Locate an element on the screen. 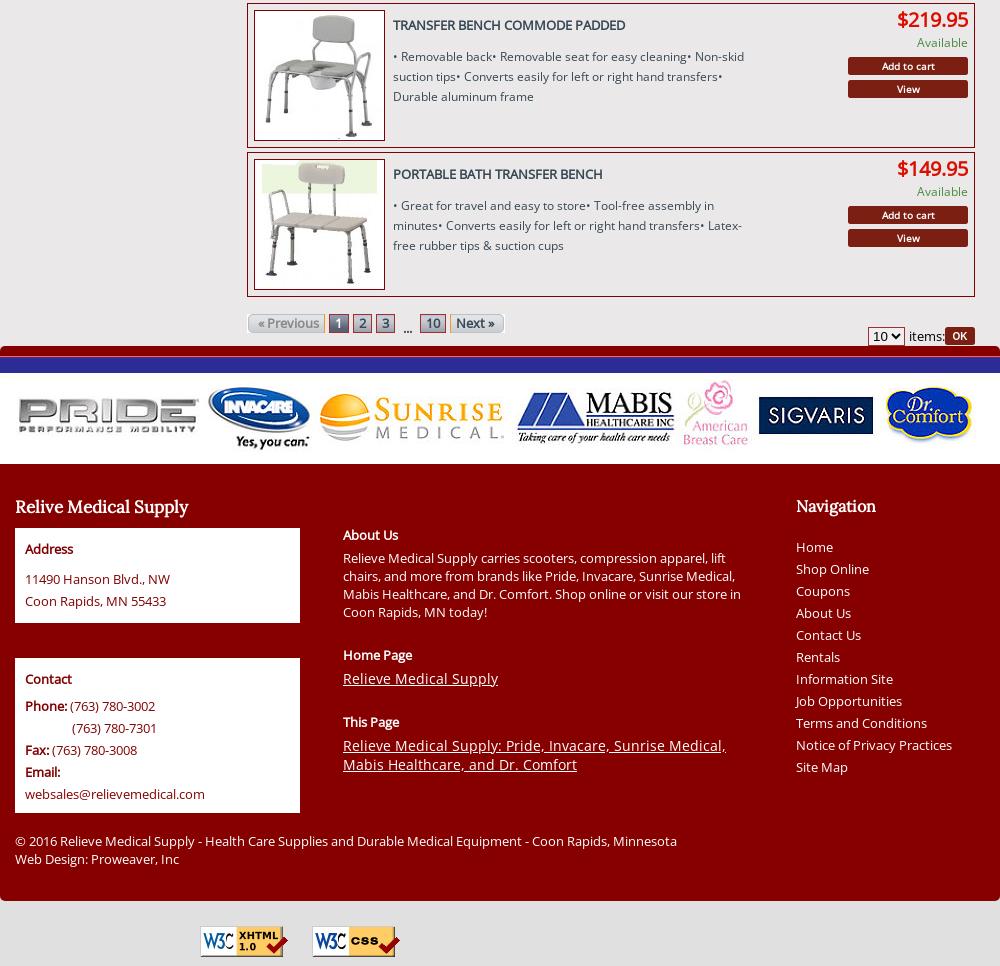  'Email:' is located at coordinates (42, 769).